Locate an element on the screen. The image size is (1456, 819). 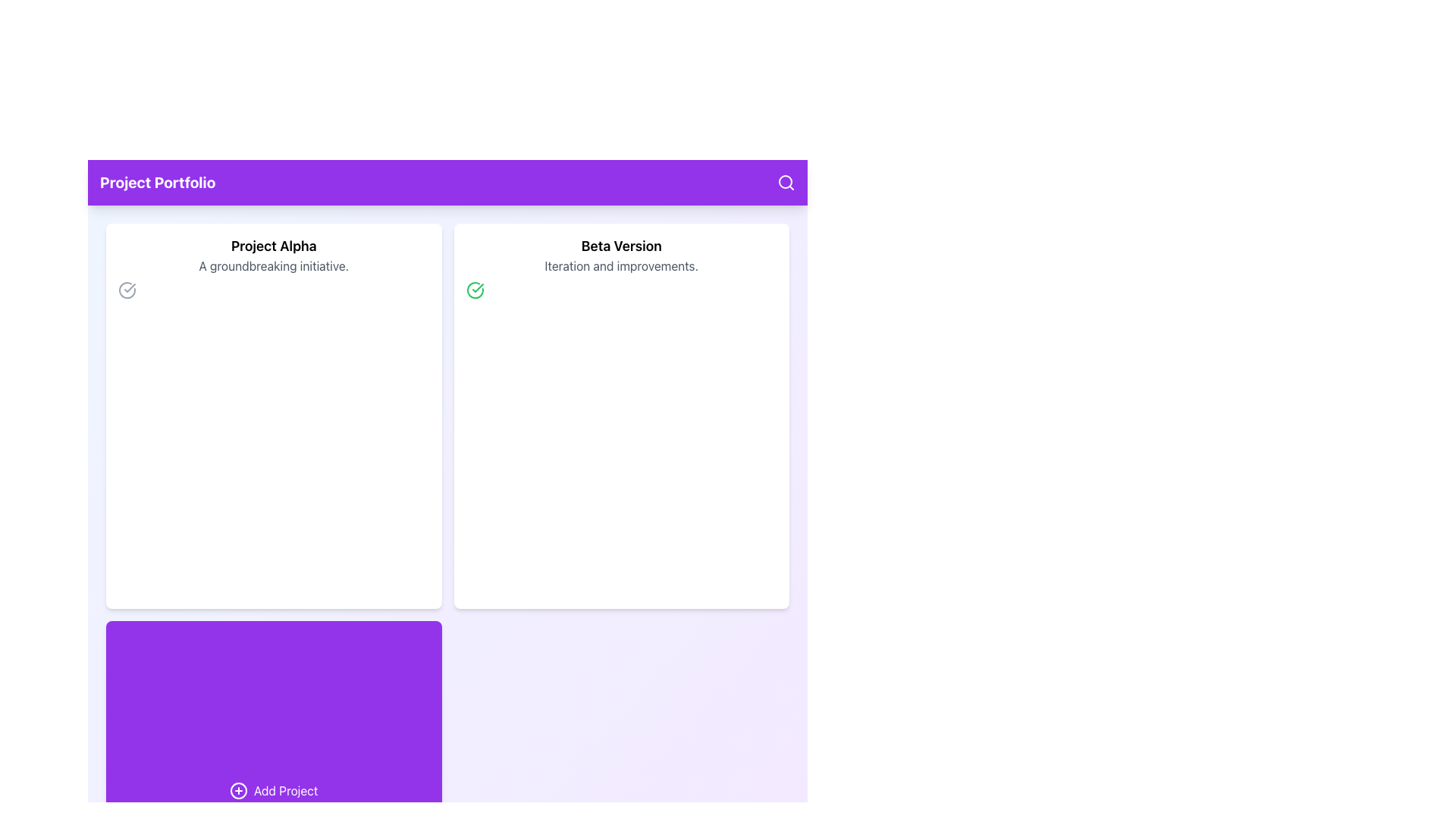
the 'Add Project' button that contains a circular plus icon, located at the bottom center of the interface is located at coordinates (238, 789).